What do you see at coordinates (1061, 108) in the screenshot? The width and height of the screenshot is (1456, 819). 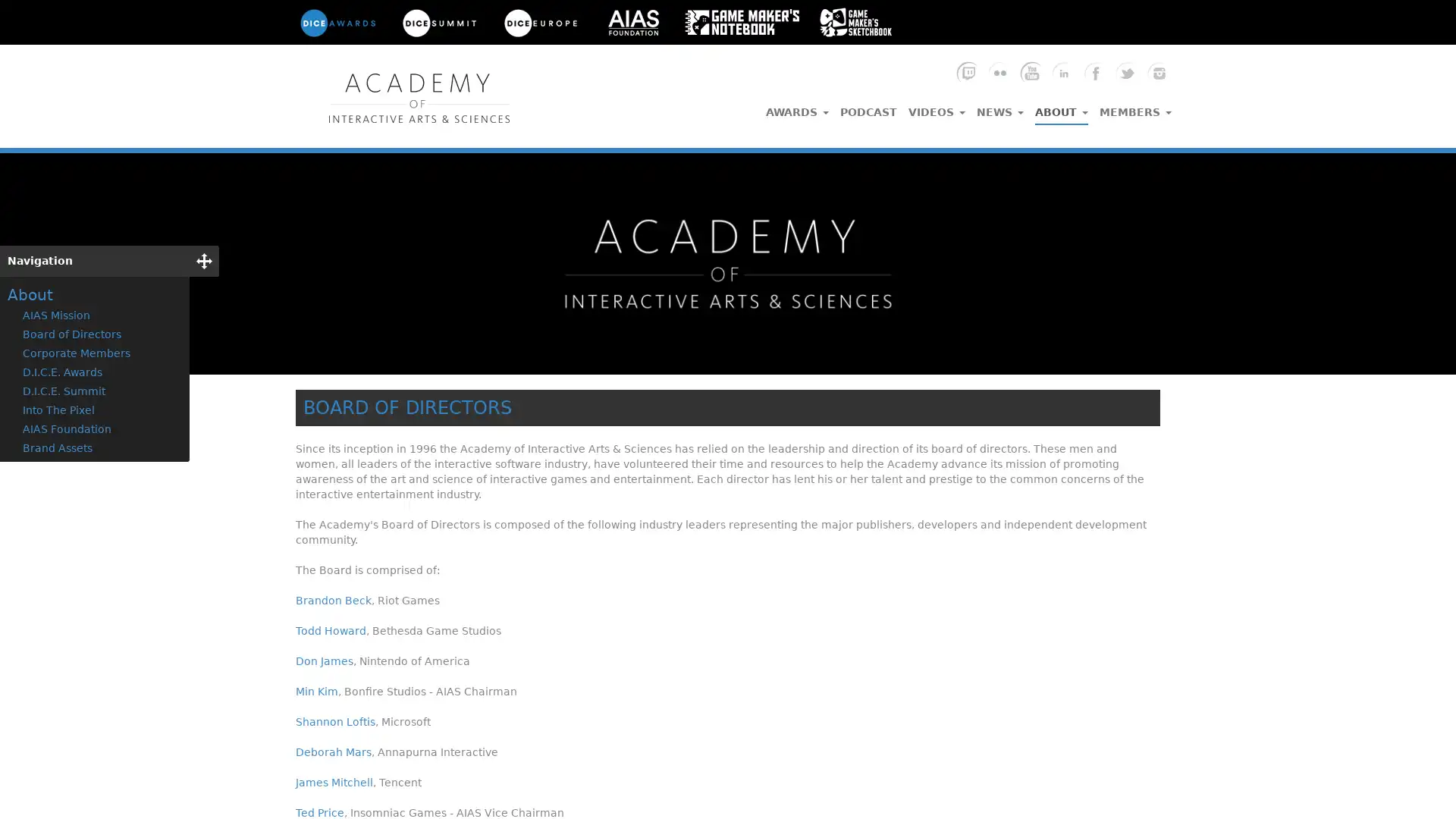 I see `ABOUT` at bounding box center [1061, 108].